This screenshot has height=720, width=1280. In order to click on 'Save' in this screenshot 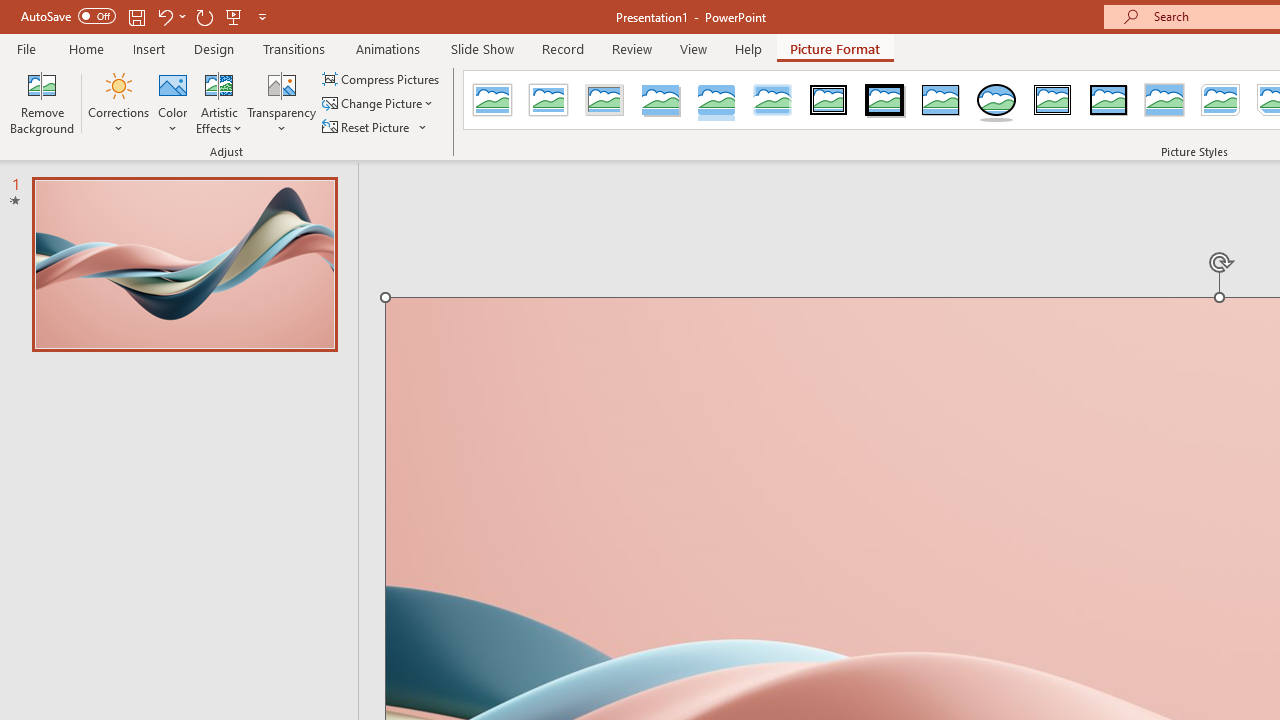, I will do `click(135, 16)`.